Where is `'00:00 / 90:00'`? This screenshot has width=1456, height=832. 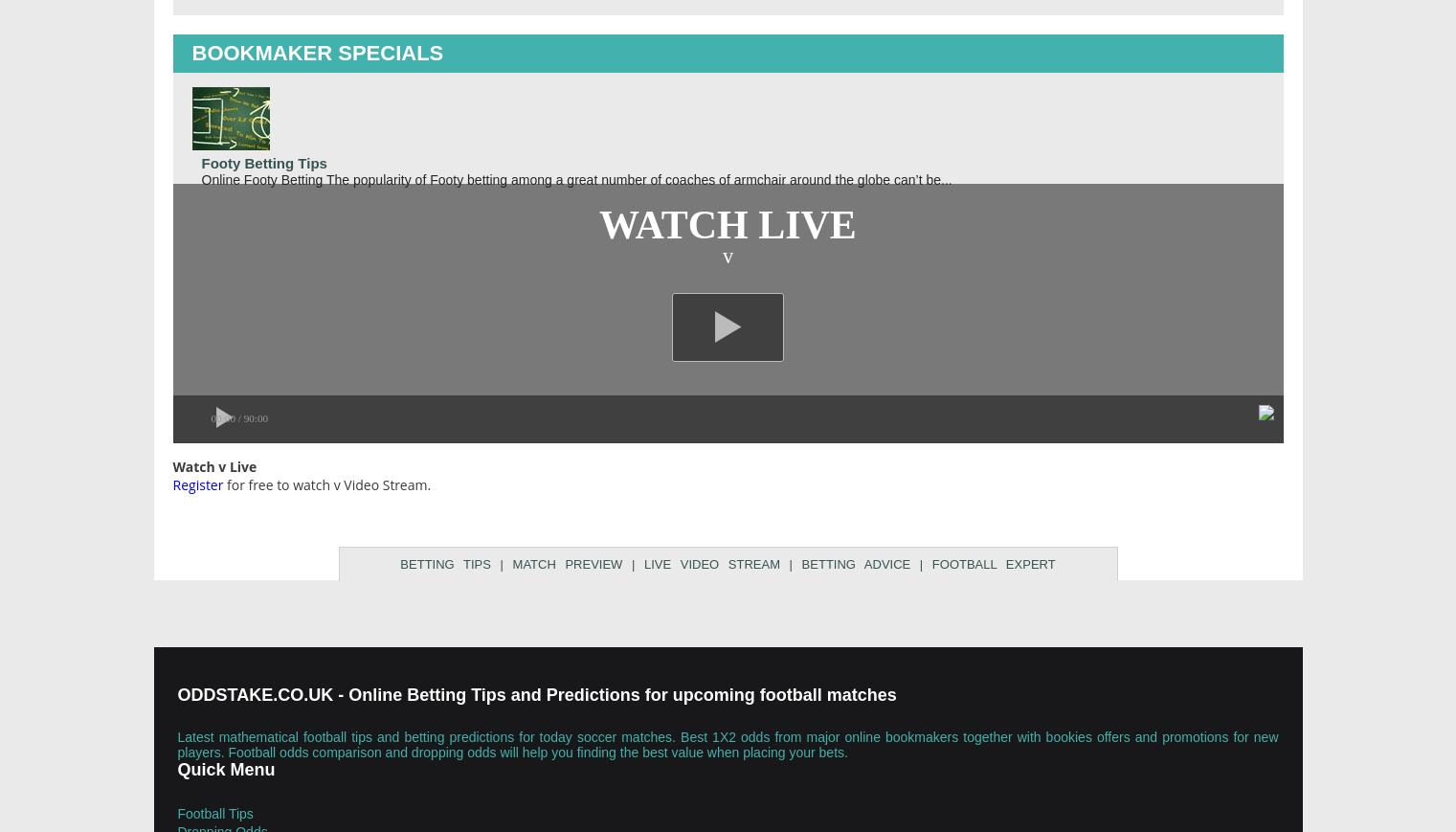
'00:00 / 90:00' is located at coordinates (238, 416).